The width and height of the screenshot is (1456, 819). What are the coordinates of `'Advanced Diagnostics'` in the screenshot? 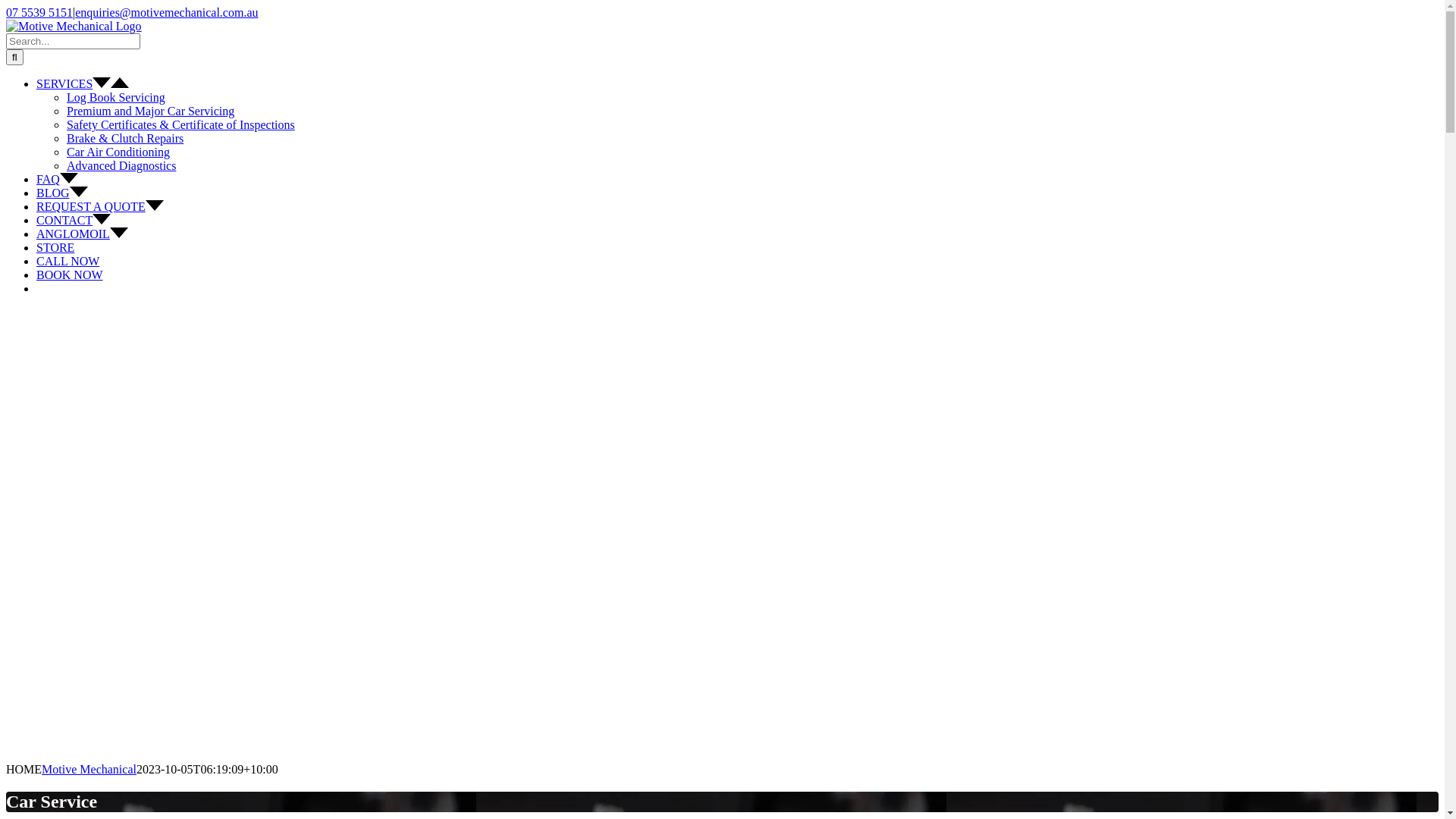 It's located at (120, 165).